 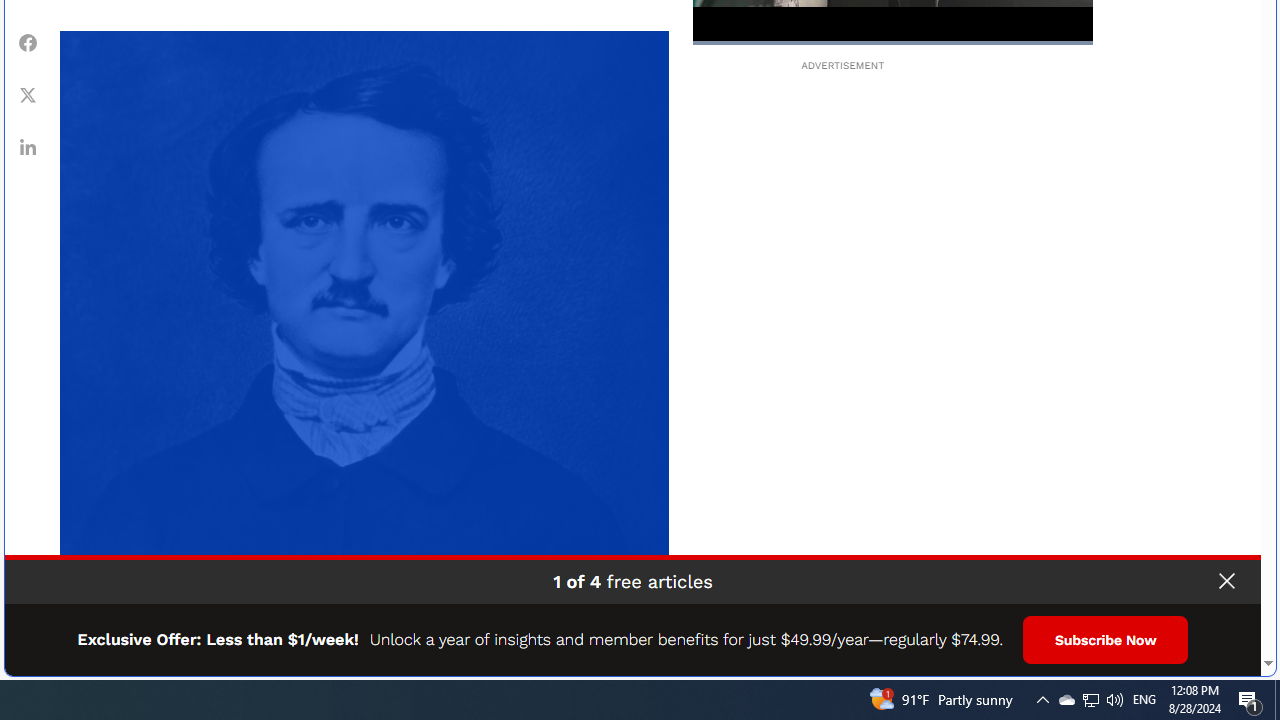 What do you see at coordinates (28, 146) in the screenshot?
I see `'Class: fs-icon fs-icon--linkedin'` at bounding box center [28, 146].